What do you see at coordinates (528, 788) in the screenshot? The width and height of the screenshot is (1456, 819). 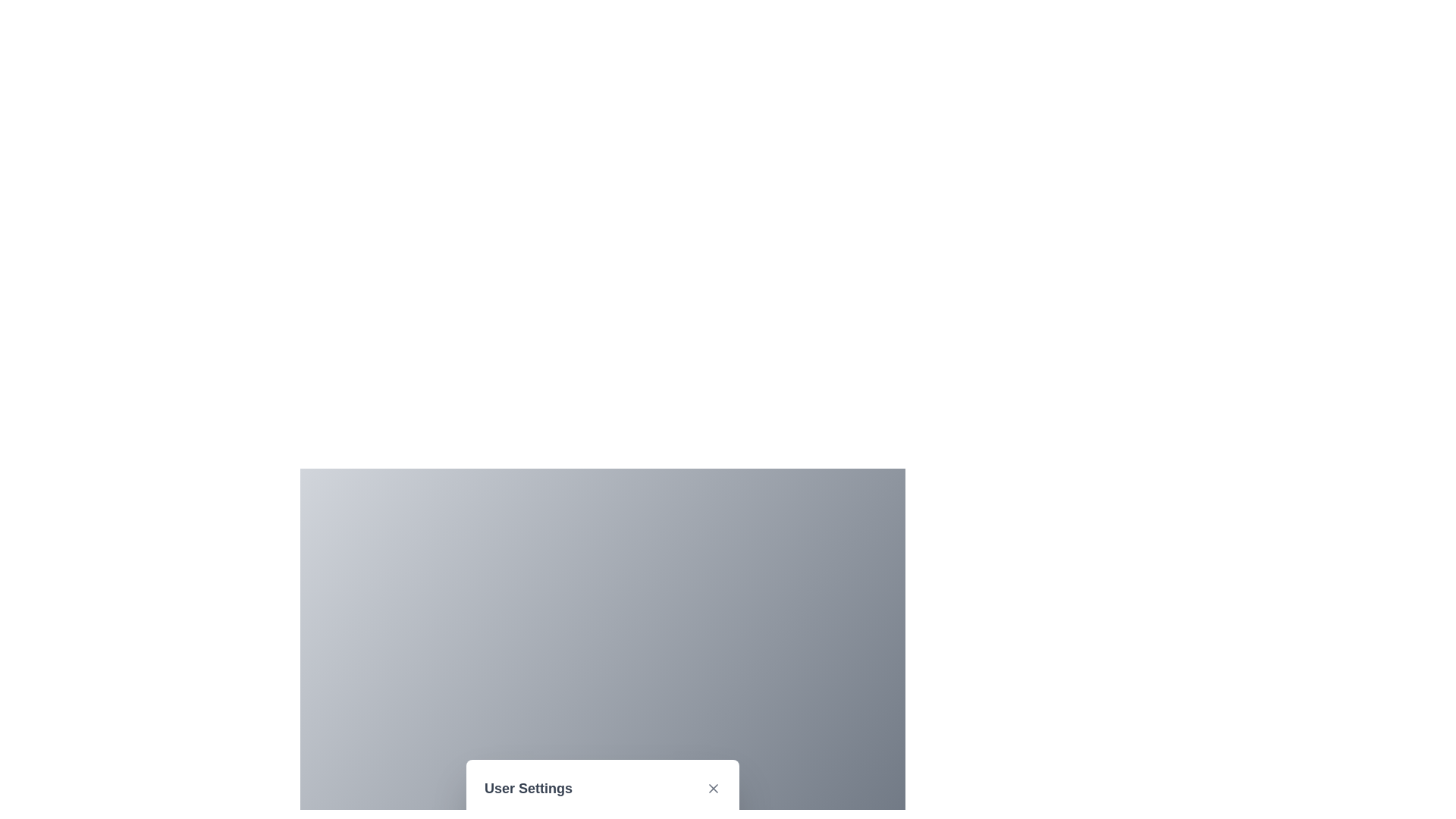 I see `the 'User Settings' text label, which is a bold and larger font title located at the bottom of a modal, serving as a section heading` at bounding box center [528, 788].